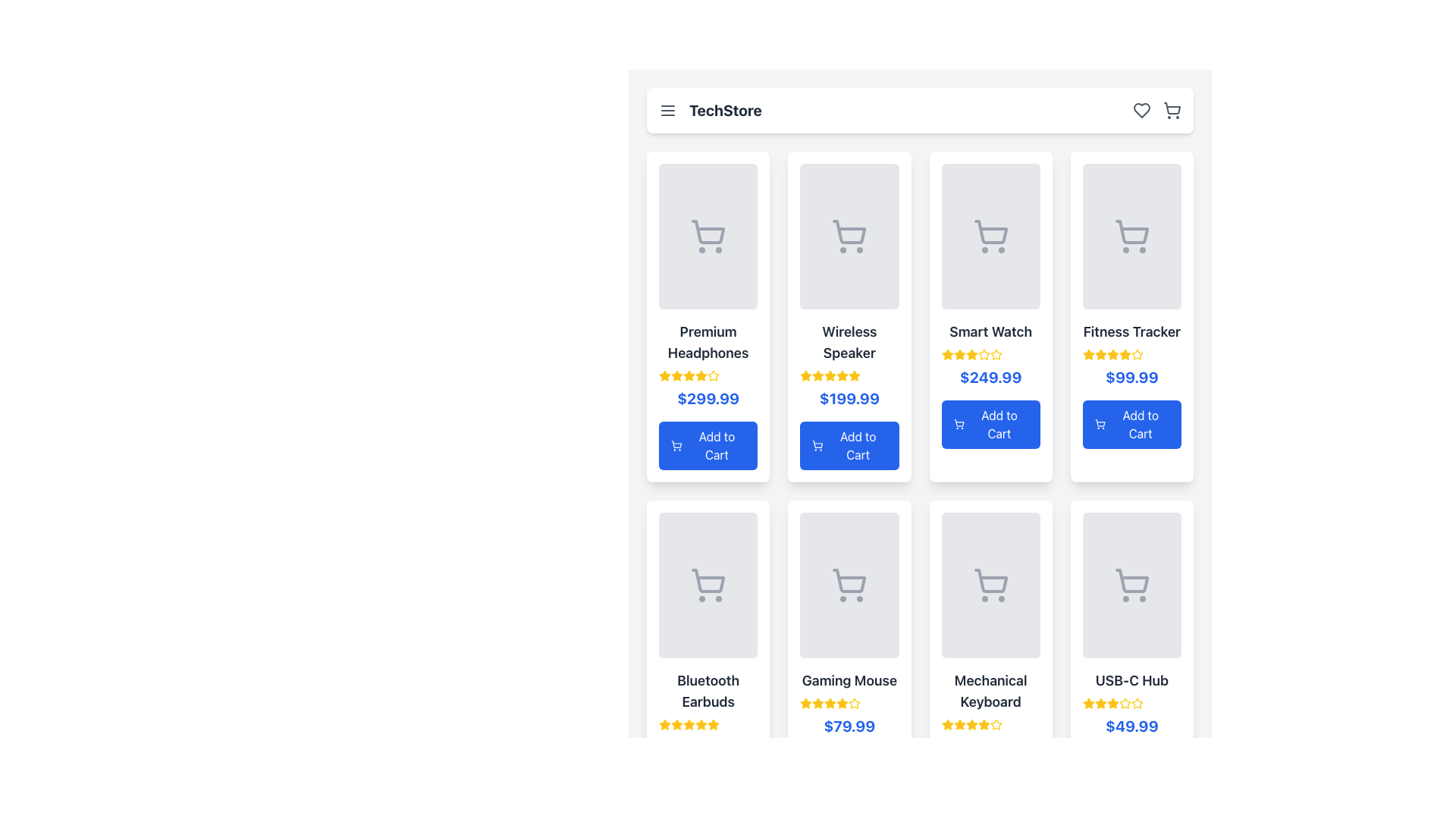 The height and width of the screenshot is (819, 1456). I want to click on the third star icon in the 5-star rating system for the 'Fitness Tracker' product, so click(1100, 354).